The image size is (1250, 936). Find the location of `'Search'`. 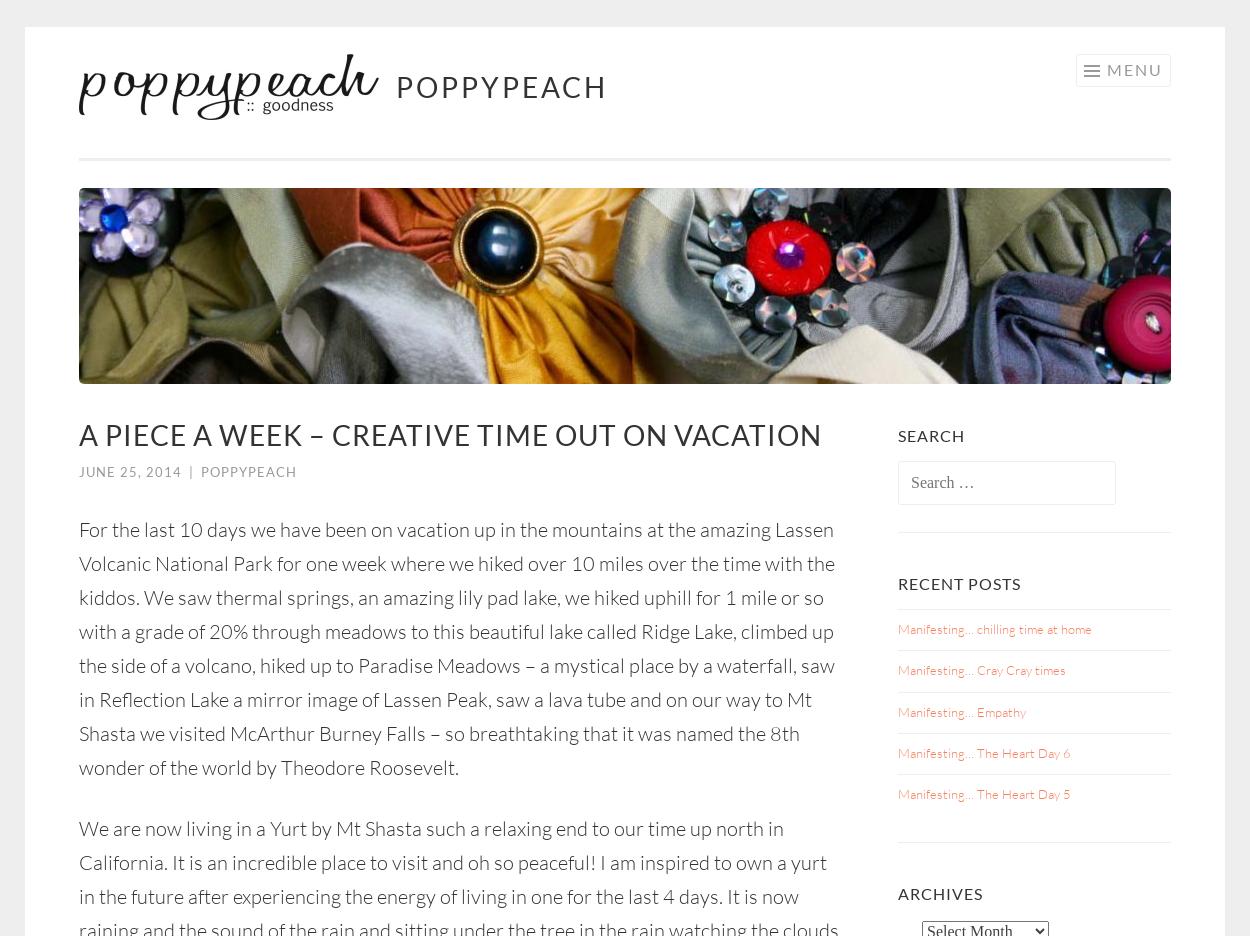

'Search' is located at coordinates (898, 435).